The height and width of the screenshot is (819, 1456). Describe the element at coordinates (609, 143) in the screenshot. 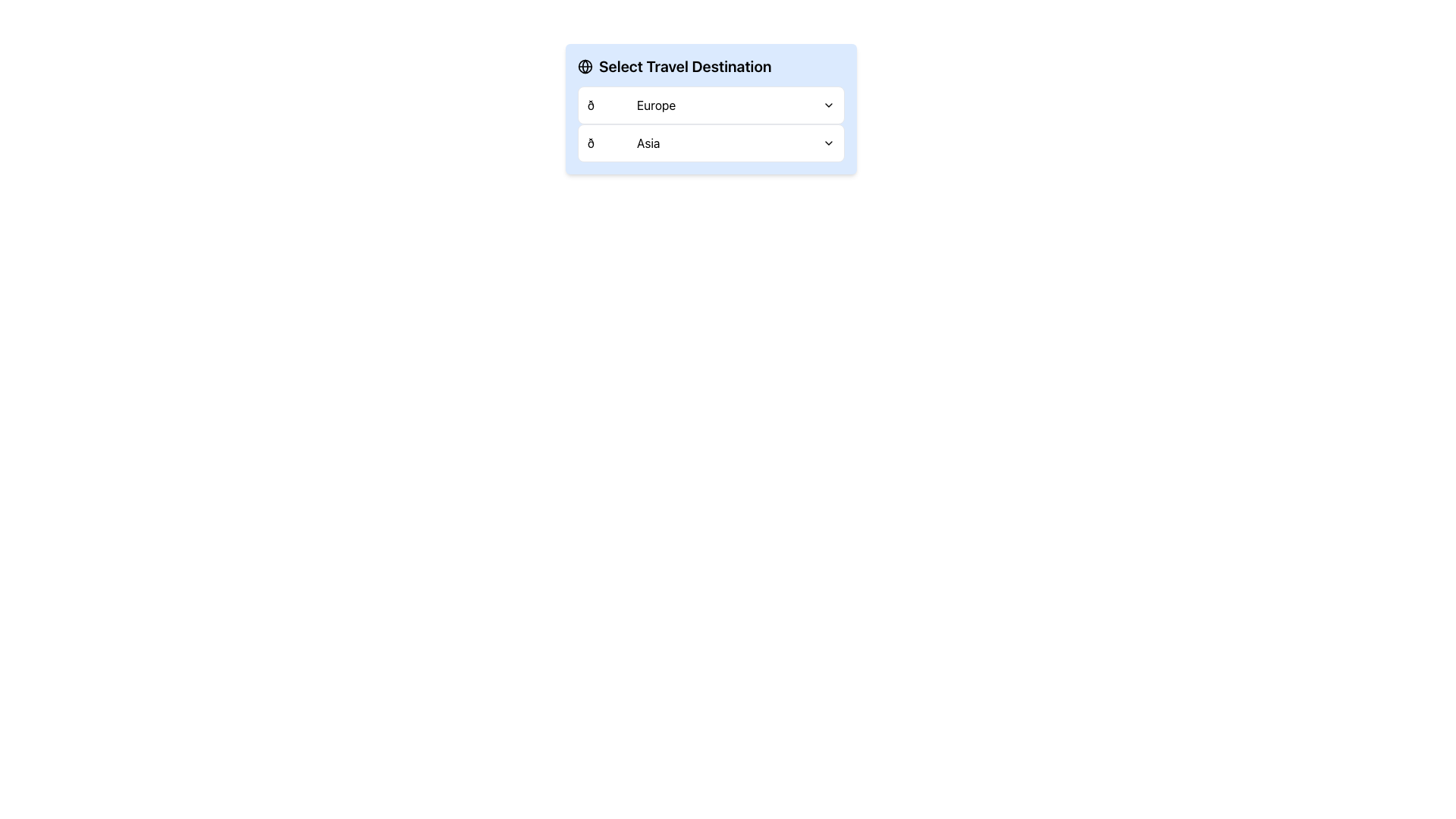

I see `the content of the decorative emoji character located to the left of the text 'Asia' in the second row of the dropdown options` at that location.